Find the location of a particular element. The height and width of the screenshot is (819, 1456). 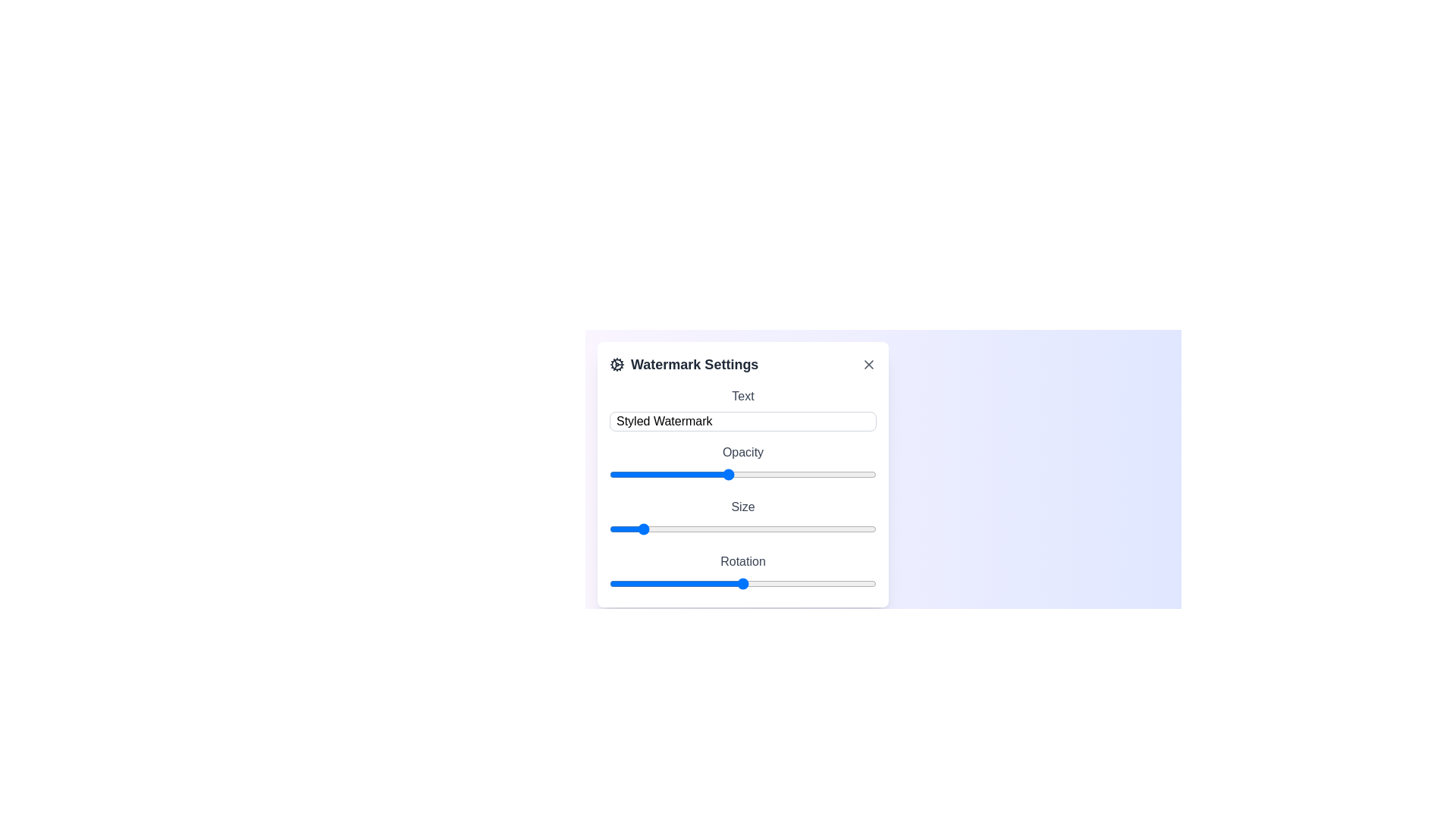

size is located at coordinates (765, 529).